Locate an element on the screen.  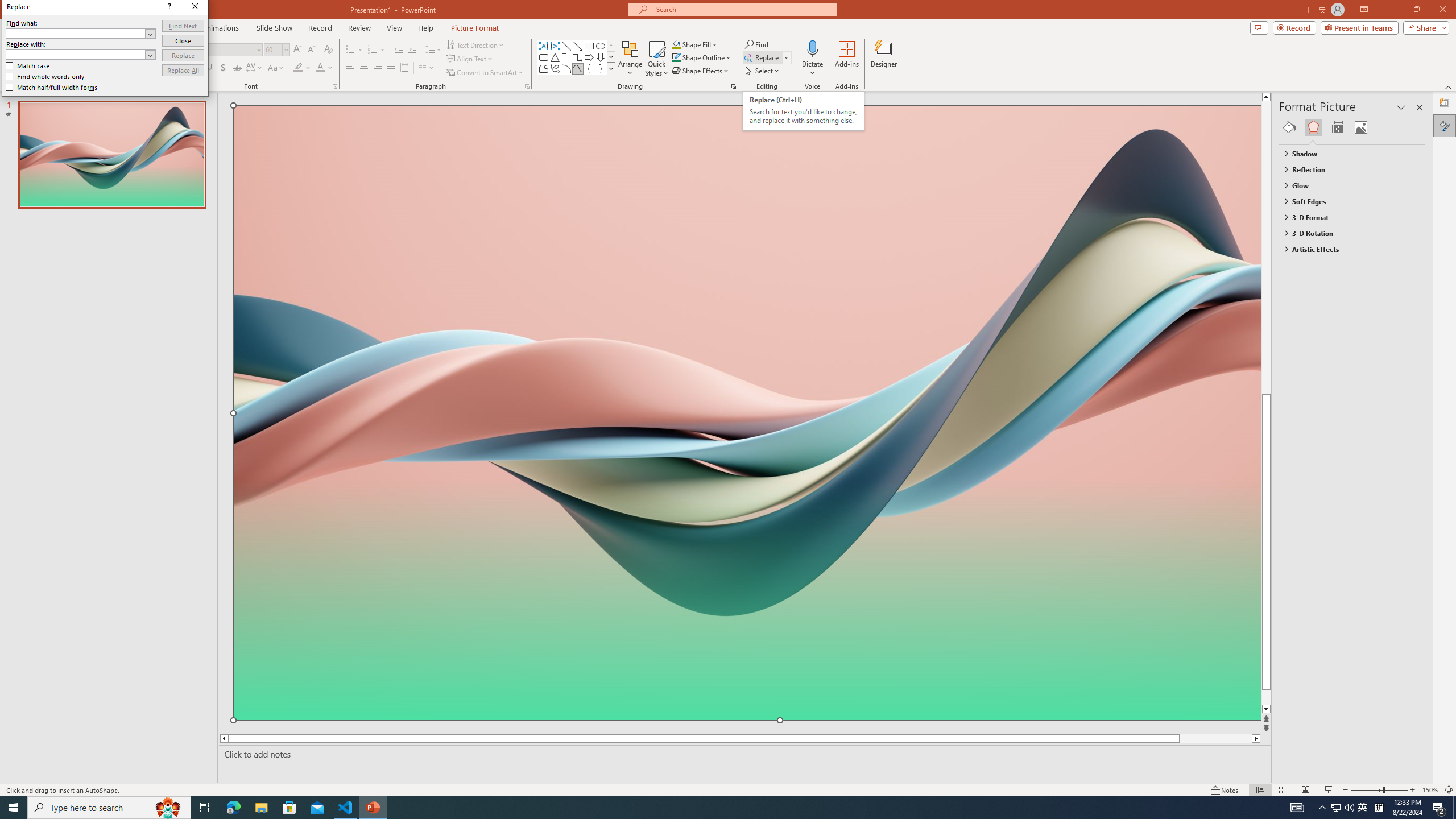
'Class: NetUIScrollBar' is located at coordinates (1420, 460).